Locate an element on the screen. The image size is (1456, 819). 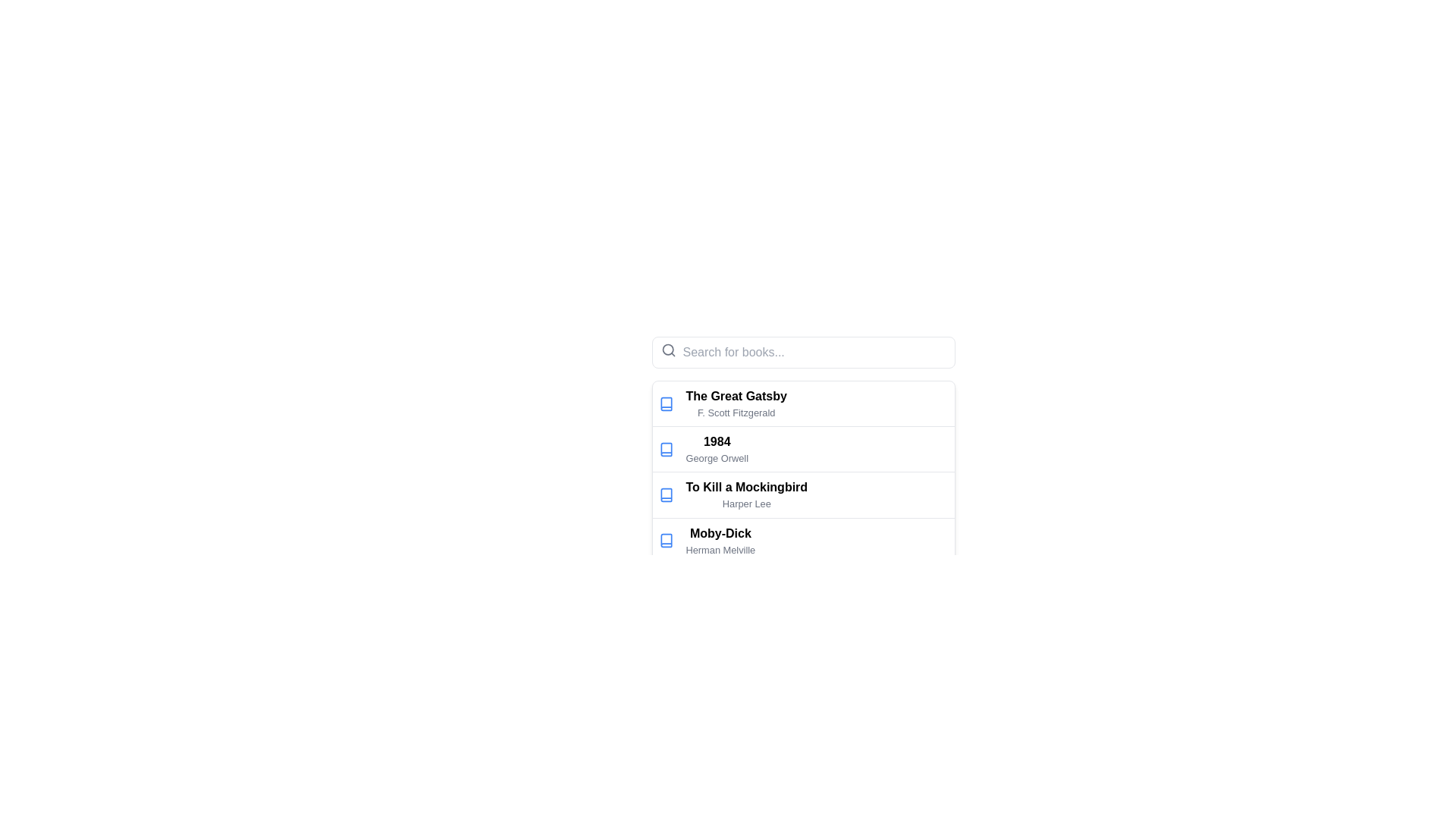
the text element displaying the title 'Moby-Dick' and author 'Herman Melville' is located at coordinates (720, 540).